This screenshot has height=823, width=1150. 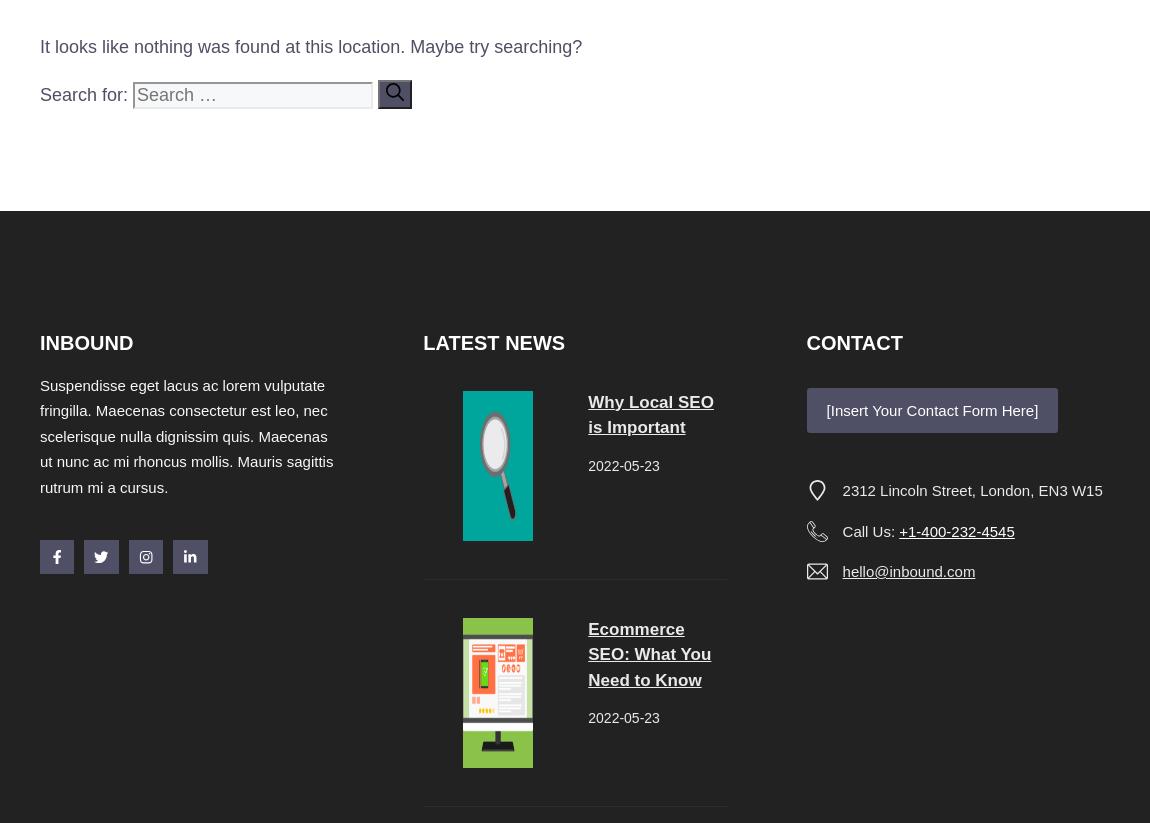 I want to click on 'Latest news', so click(x=494, y=342).